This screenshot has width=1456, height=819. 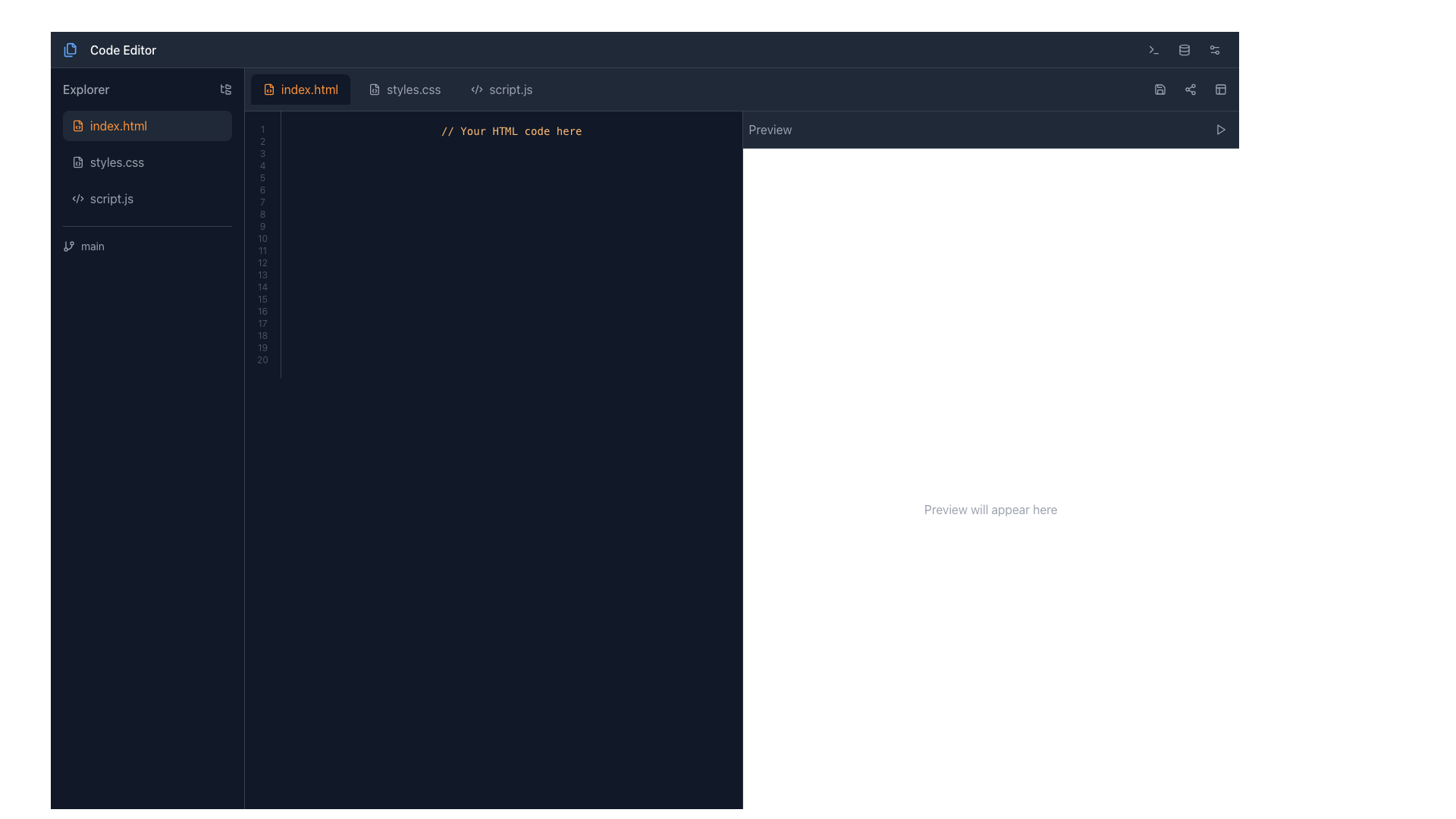 What do you see at coordinates (1220, 128) in the screenshot?
I see `the play icon located in the toolbar at the top right of the interface` at bounding box center [1220, 128].